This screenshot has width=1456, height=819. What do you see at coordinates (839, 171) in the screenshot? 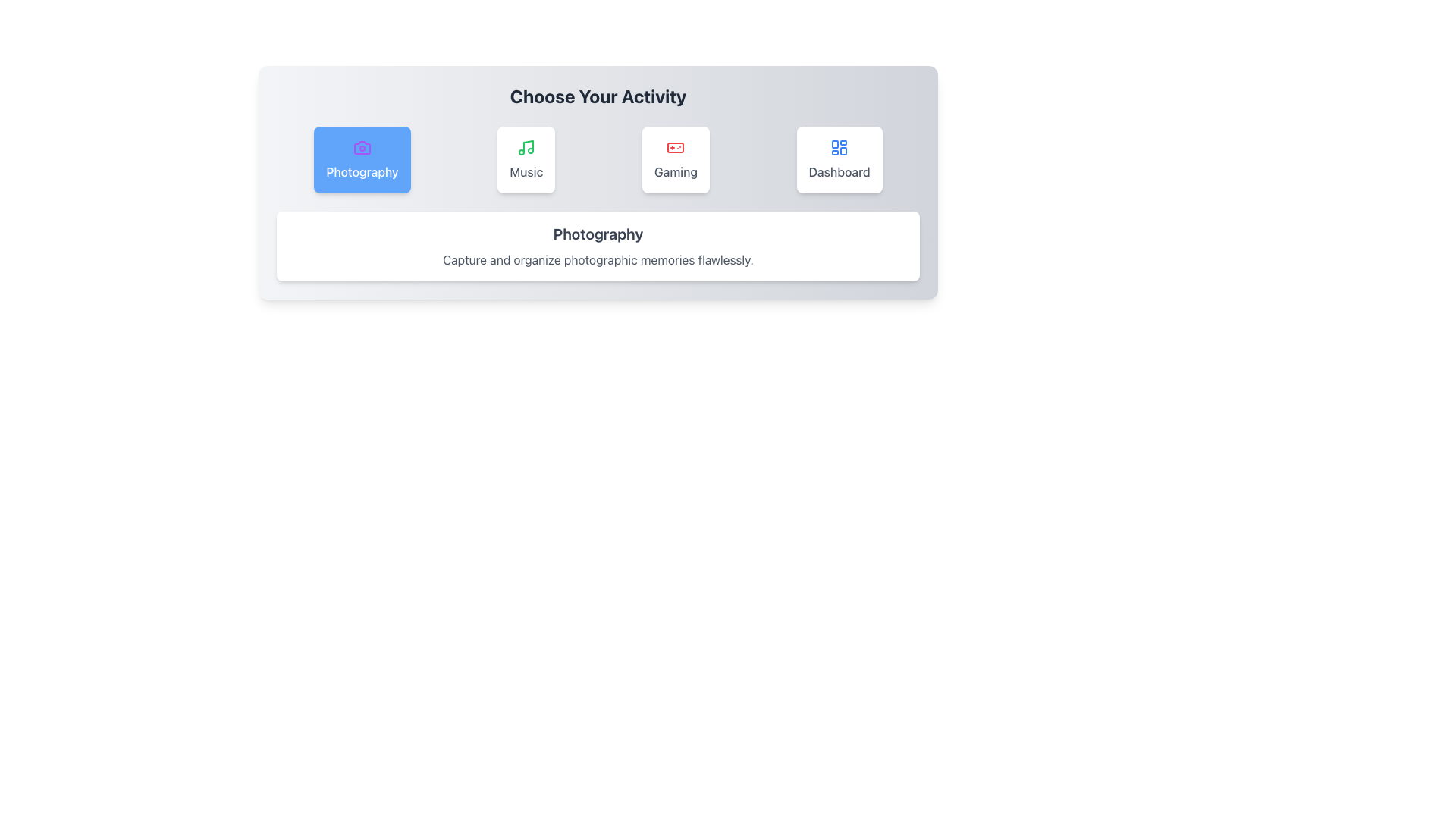
I see `the text label reading 'Dashboard', which is styled with a medium-weight font and dark gray color, located below the dashboard icon within a white rounded rectangle` at bounding box center [839, 171].